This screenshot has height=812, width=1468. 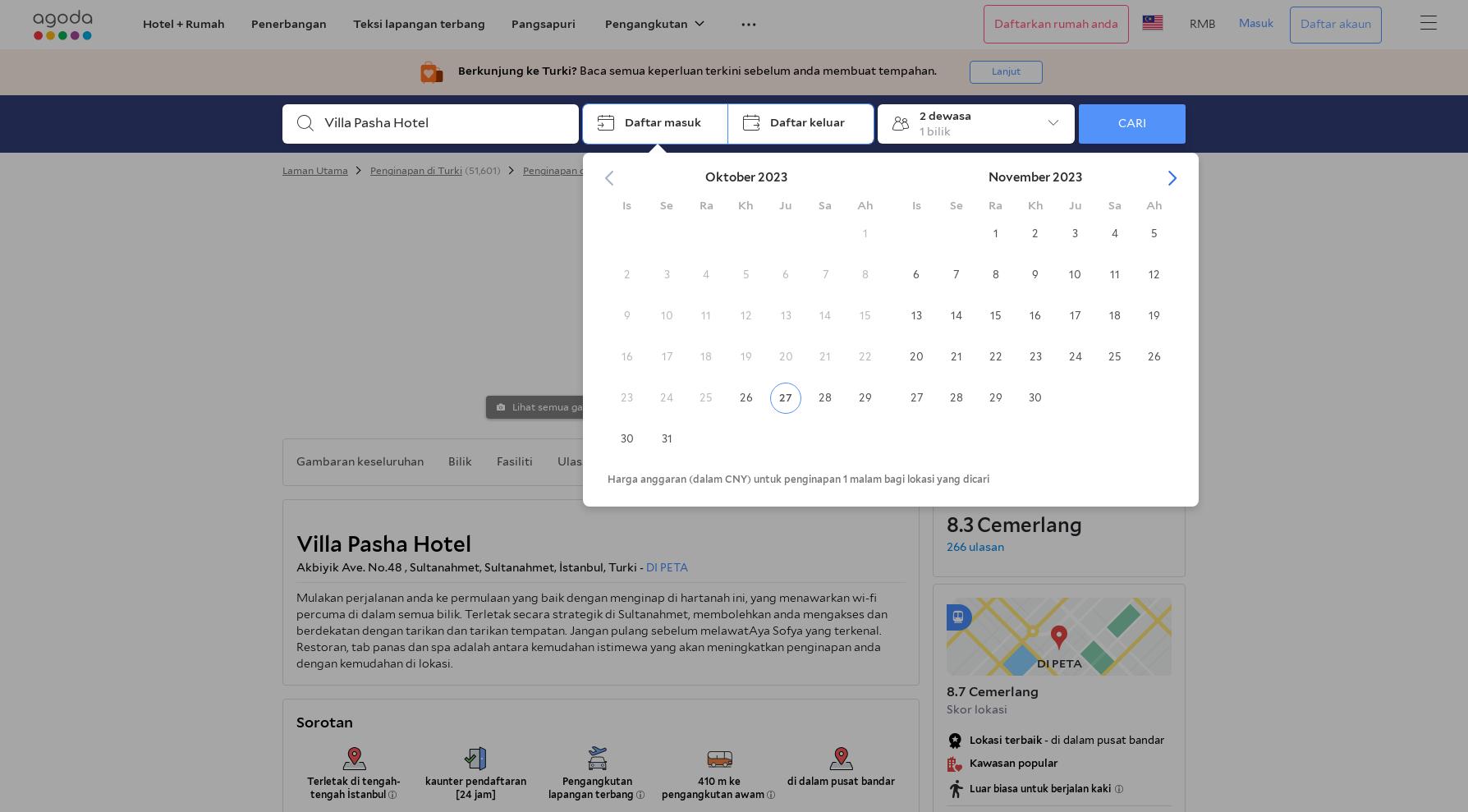 What do you see at coordinates (757, 71) in the screenshot?
I see `'Baca semua keperluan terkini sebelum anda membuat tempahan.'` at bounding box center [757, 71].